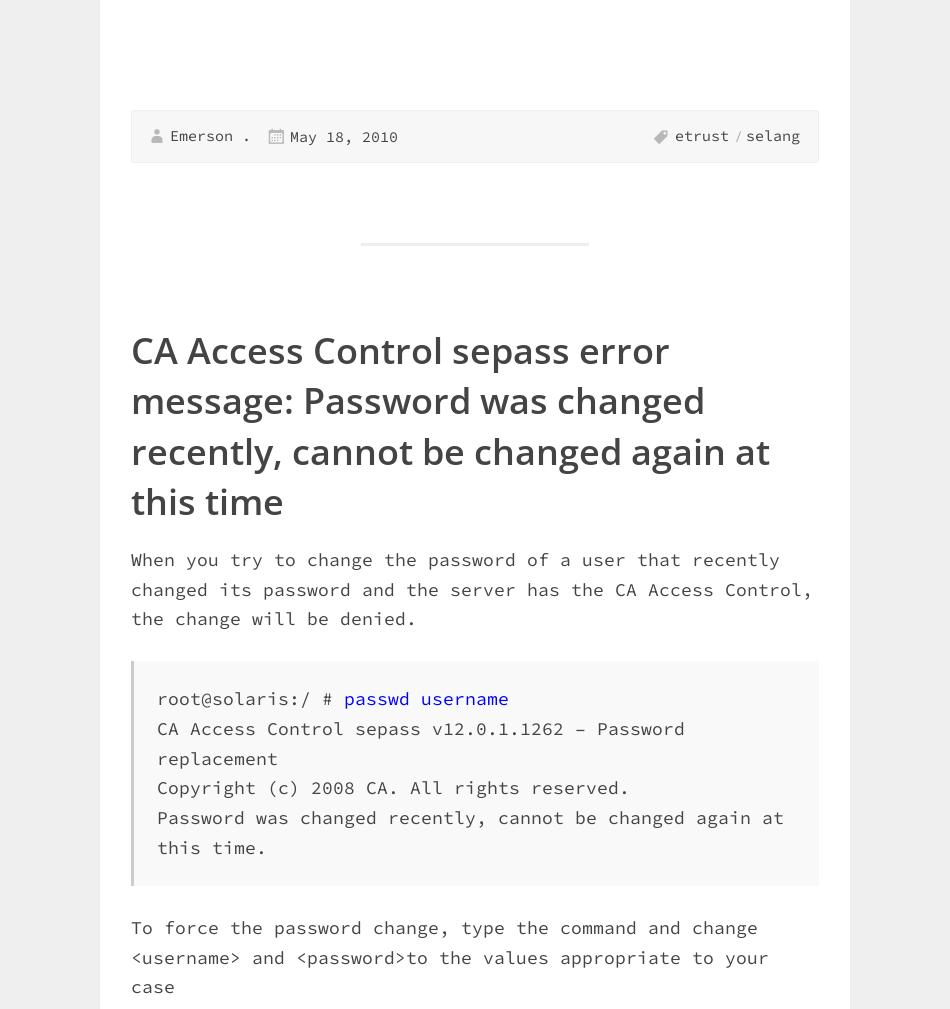 This screenshot has width=950, height=1009. Describe the element at coordinates (449, 956) in the screenshot. I see `'To force the password change, type the command and change <username> and <password>to the values appropriate to your case'` at that location.